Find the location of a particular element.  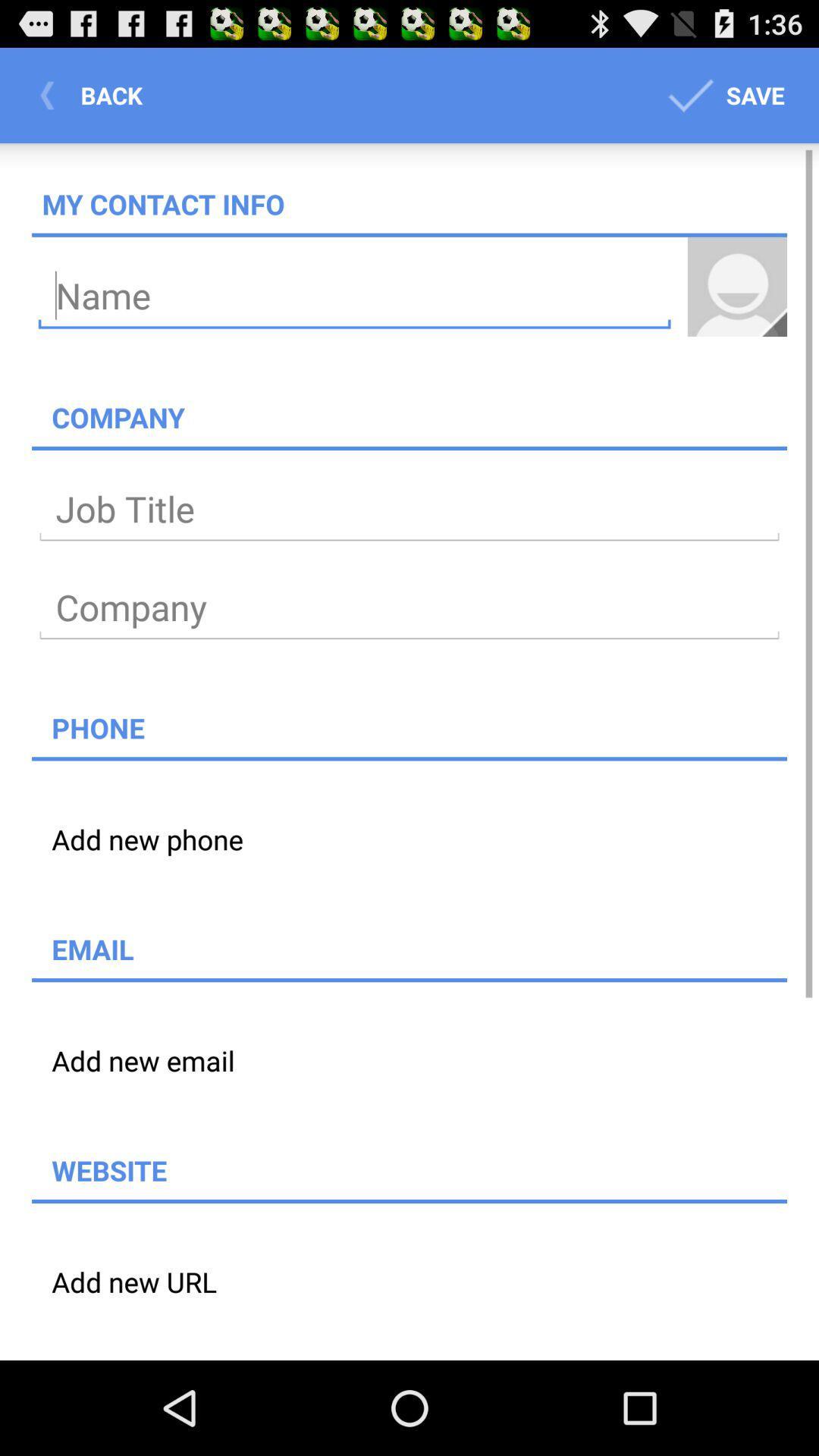

the button next to the save is located at coordinates (96, 94).